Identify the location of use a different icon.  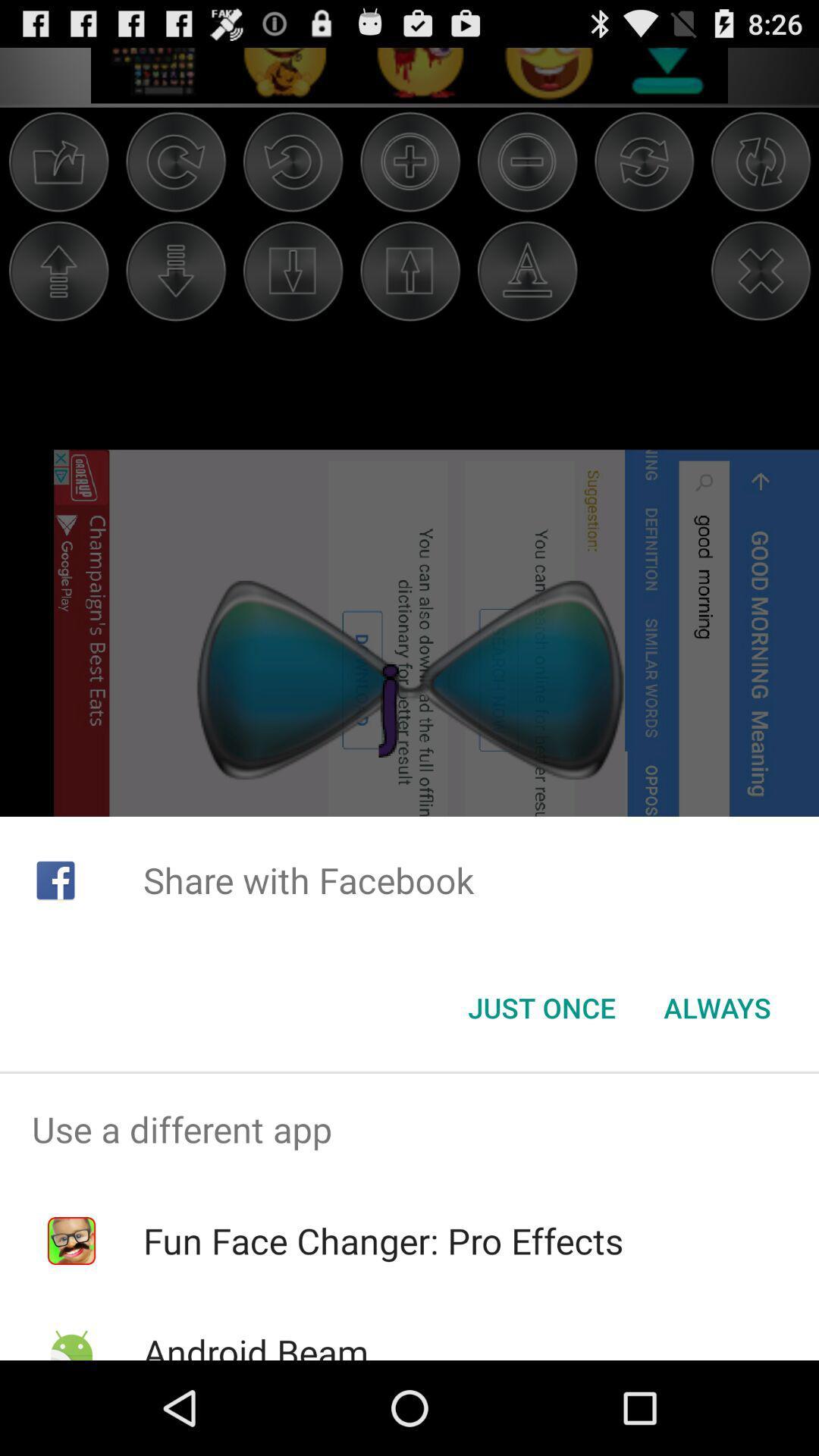
(409, 1129).